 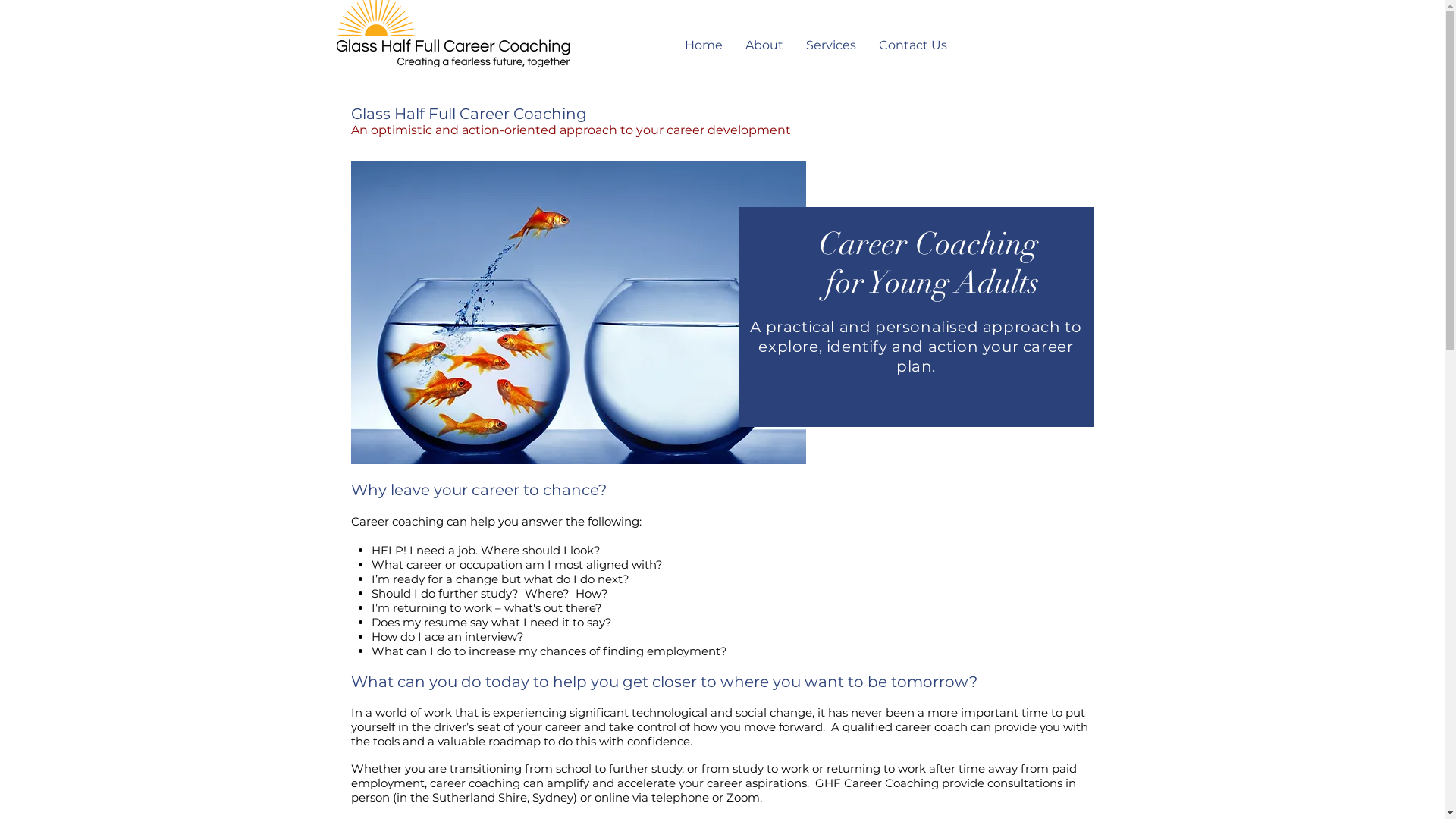 I want to click on 'Home', so click(x=673, y=45).